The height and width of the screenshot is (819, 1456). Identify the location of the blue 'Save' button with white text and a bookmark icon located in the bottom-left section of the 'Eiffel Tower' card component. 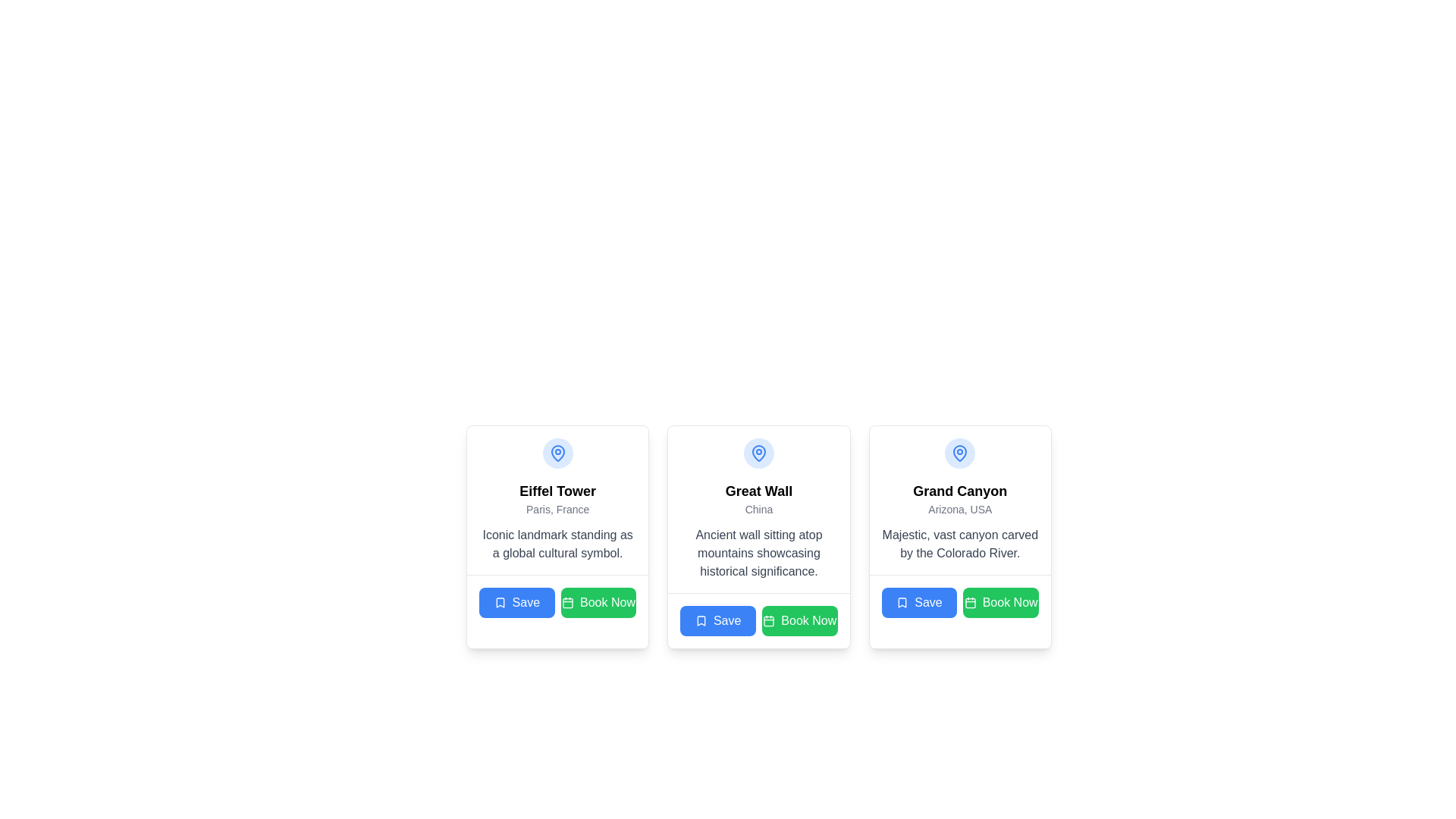
(516, 601).